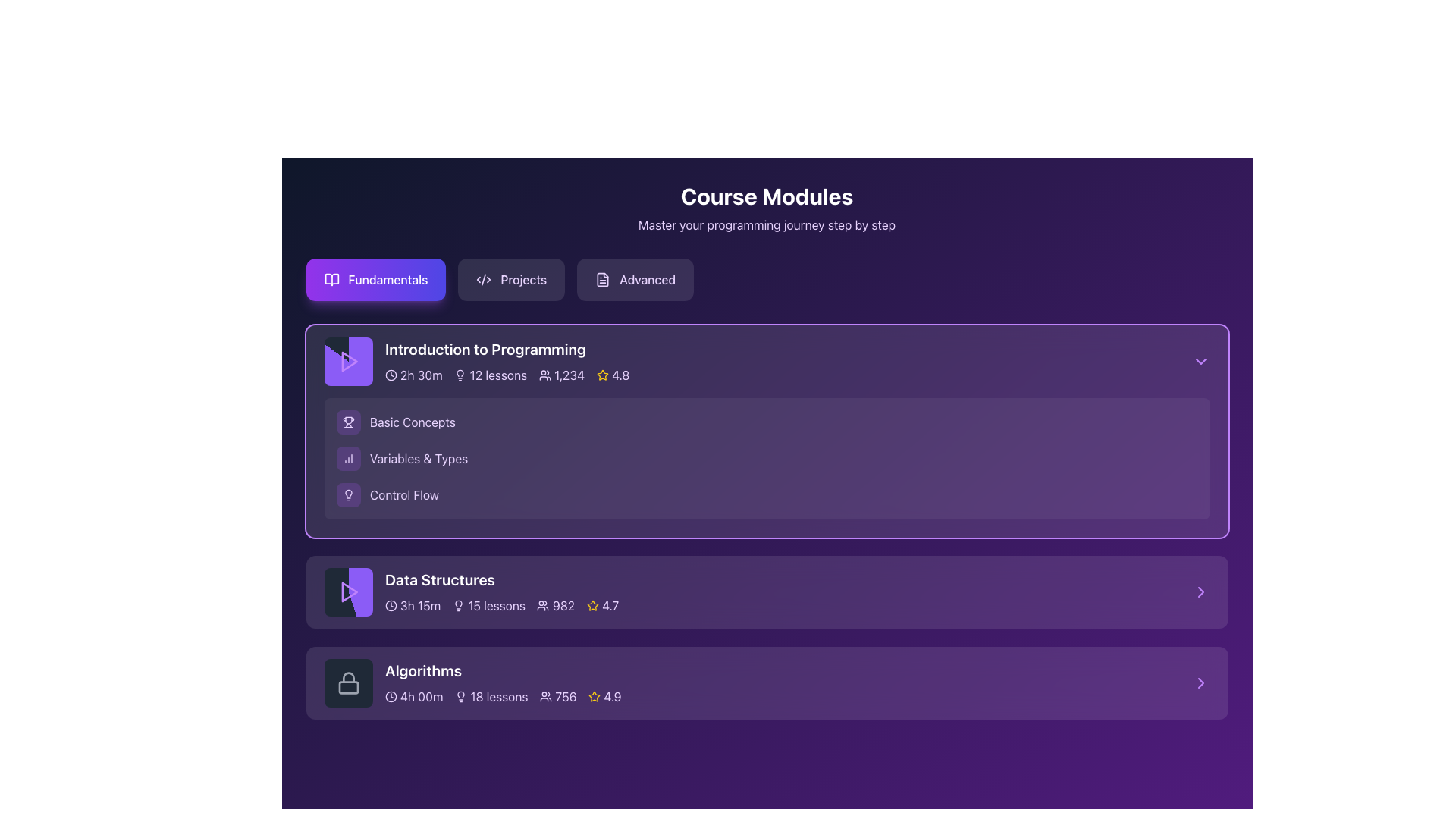 The height and width of the screenshot is (819, 1456). I want to click on the small yellow star icon representing the rating indicator in the 'Introduction to Programming' section, located to the right of the header text, so click(591, 604).